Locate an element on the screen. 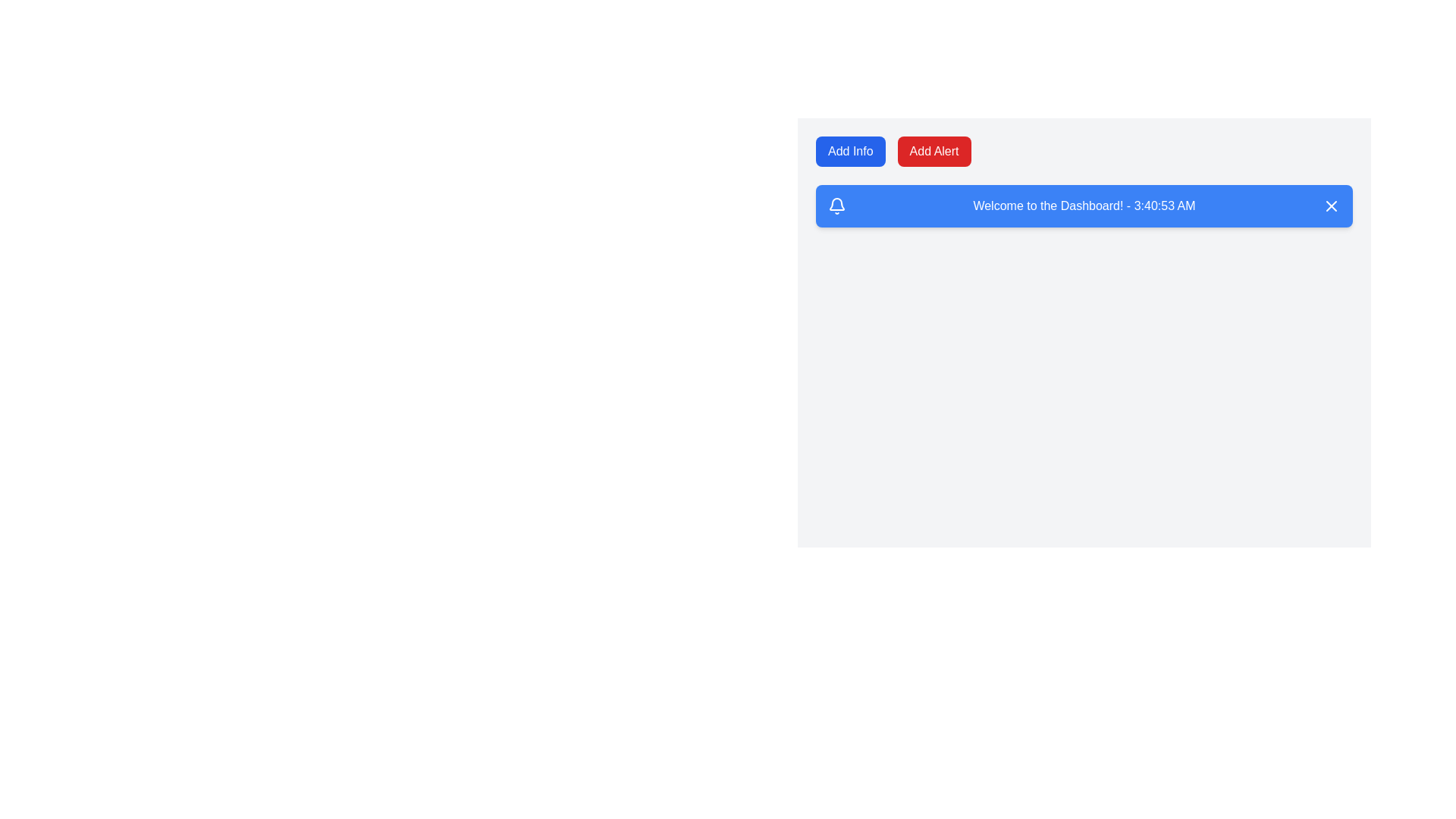  the notification icon located in the blue notification card, adjacent to the text 'Welcome to the Dashboard! - 3:40:53 AM' is located at coordinates (836, 206).